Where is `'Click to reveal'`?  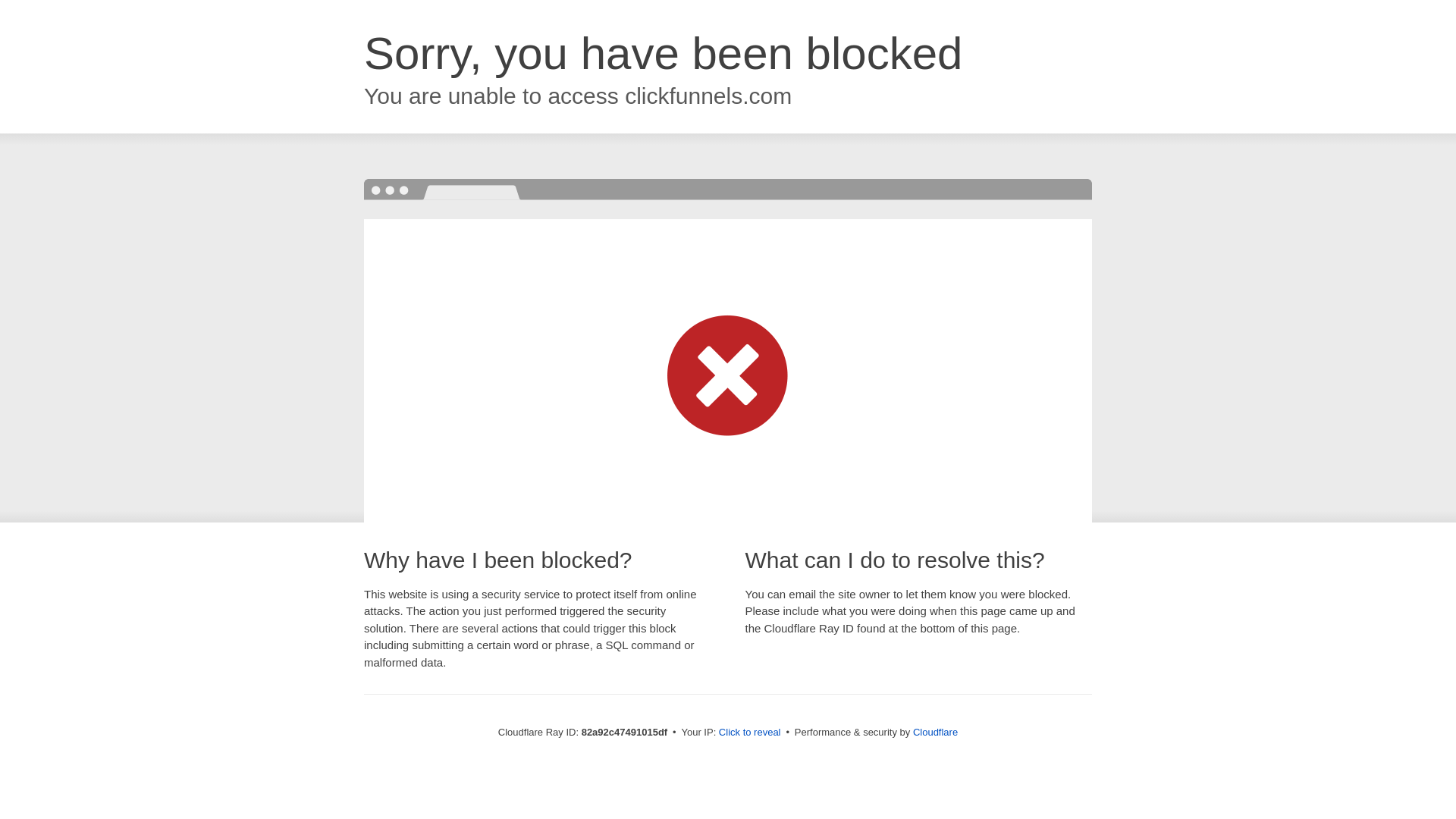
'Click to reveal' is located at coordinates (718, 731).